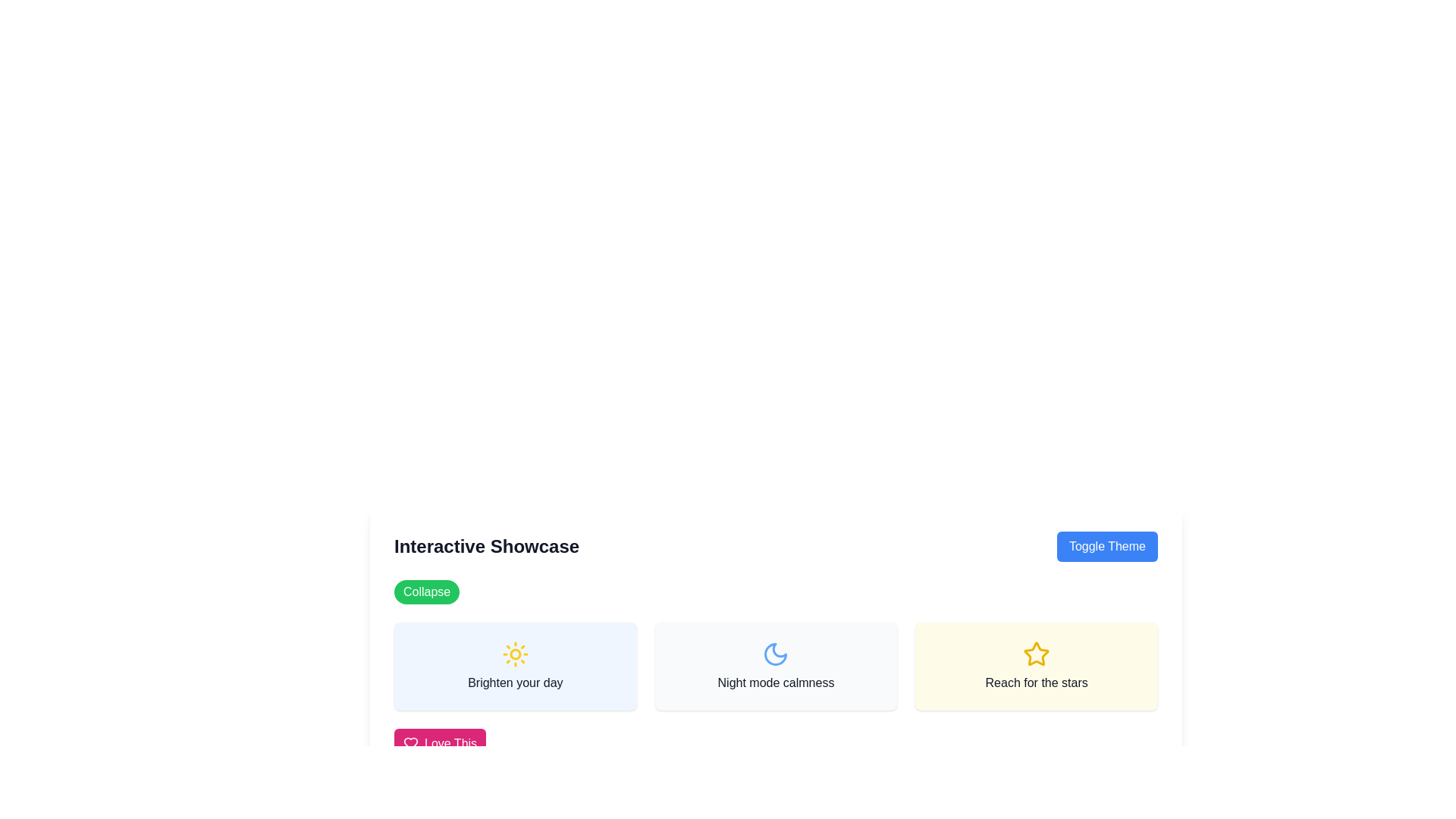 The width and height of the screenshot is (1456, 819). I want to click on the small circle in the center of the outlined sun-like icon within the first interactive card labeled 'Brighten your day', so click(515, 654).